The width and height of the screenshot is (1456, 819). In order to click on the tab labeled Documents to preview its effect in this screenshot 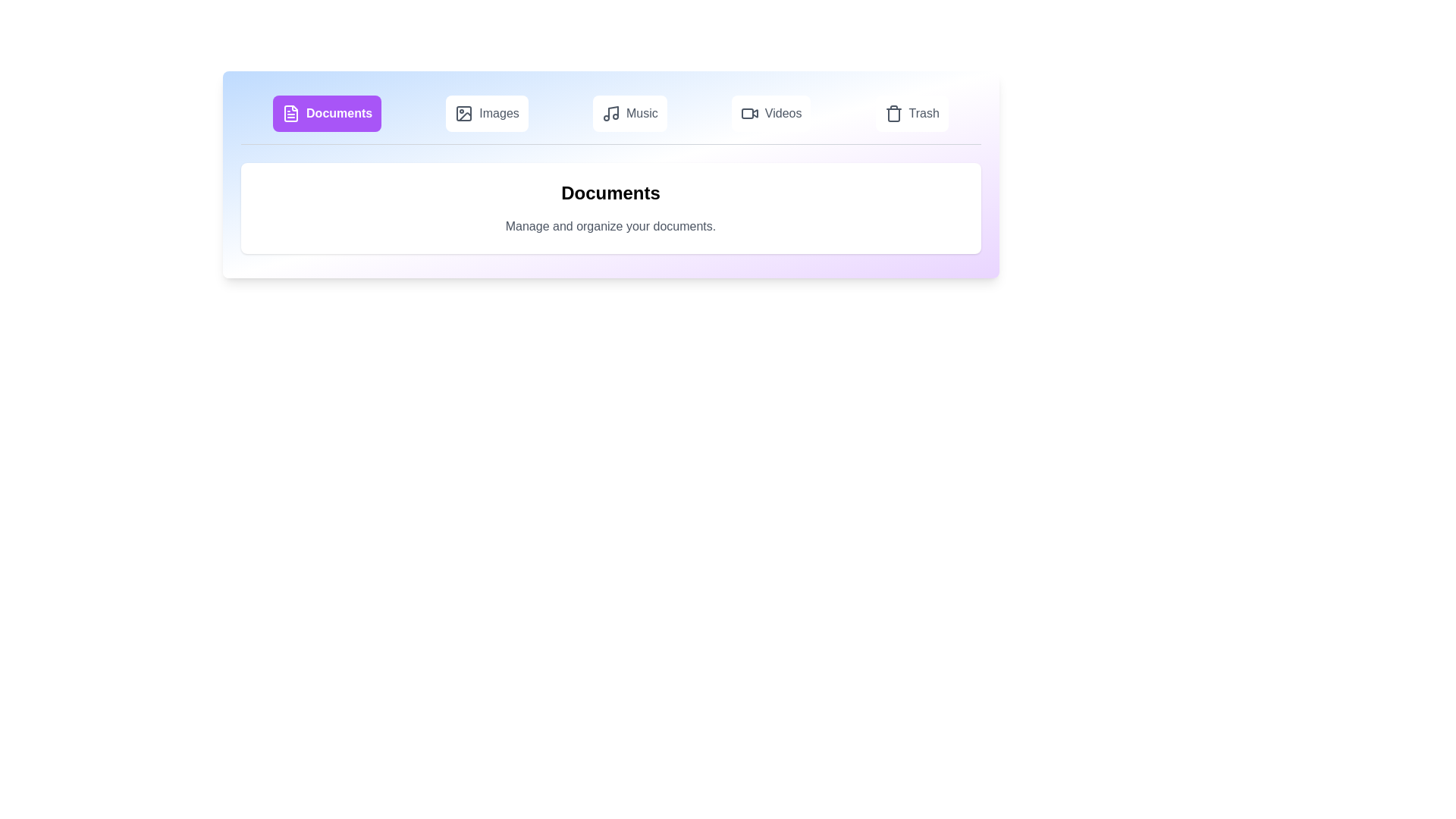, I will do `click(326, 113)`.